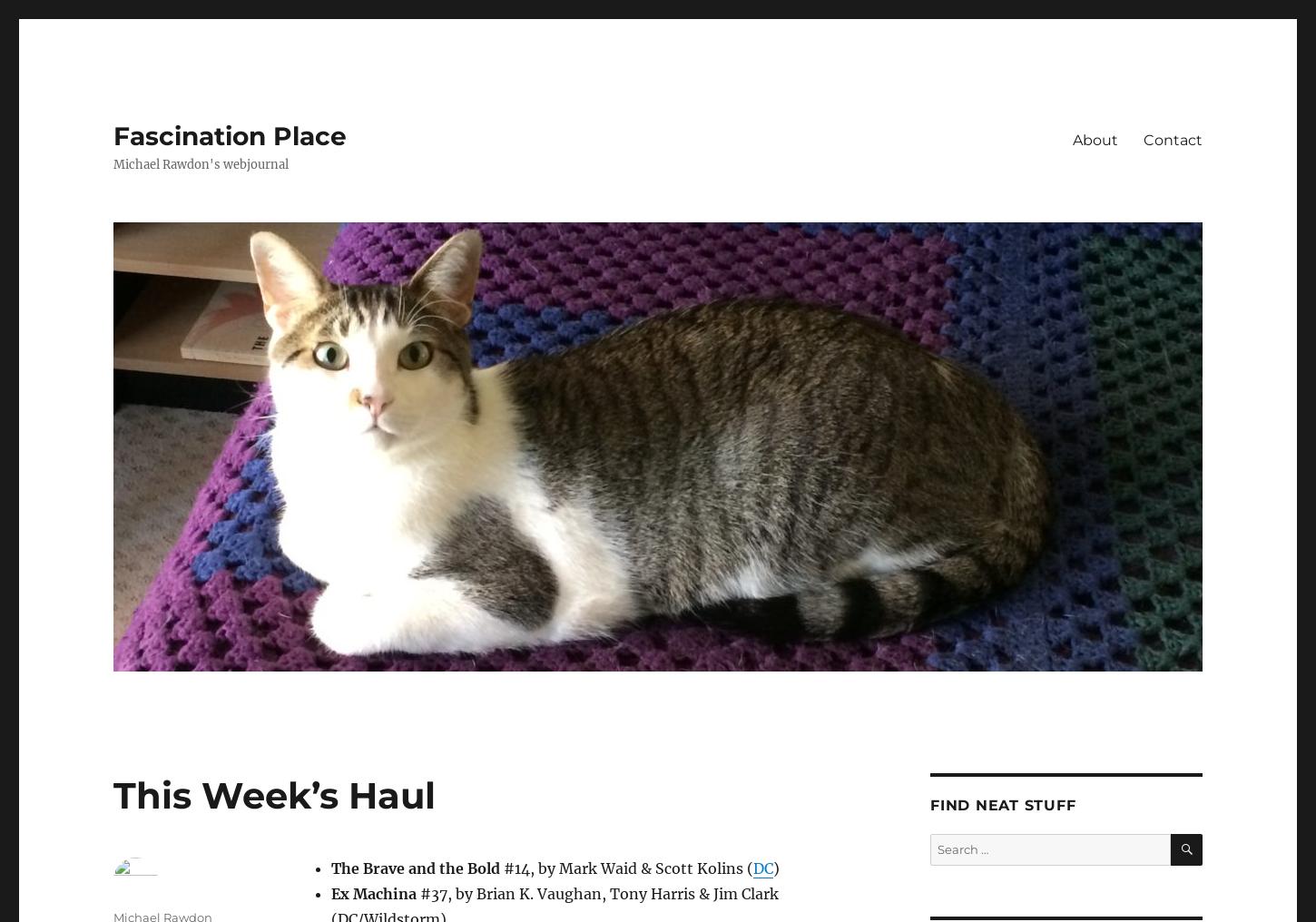 This screenshot has width=1316, height=922. Describe the element at coordinates (415, 868) in the screenshot. I see `'The Brave and the Bold'` at that location.